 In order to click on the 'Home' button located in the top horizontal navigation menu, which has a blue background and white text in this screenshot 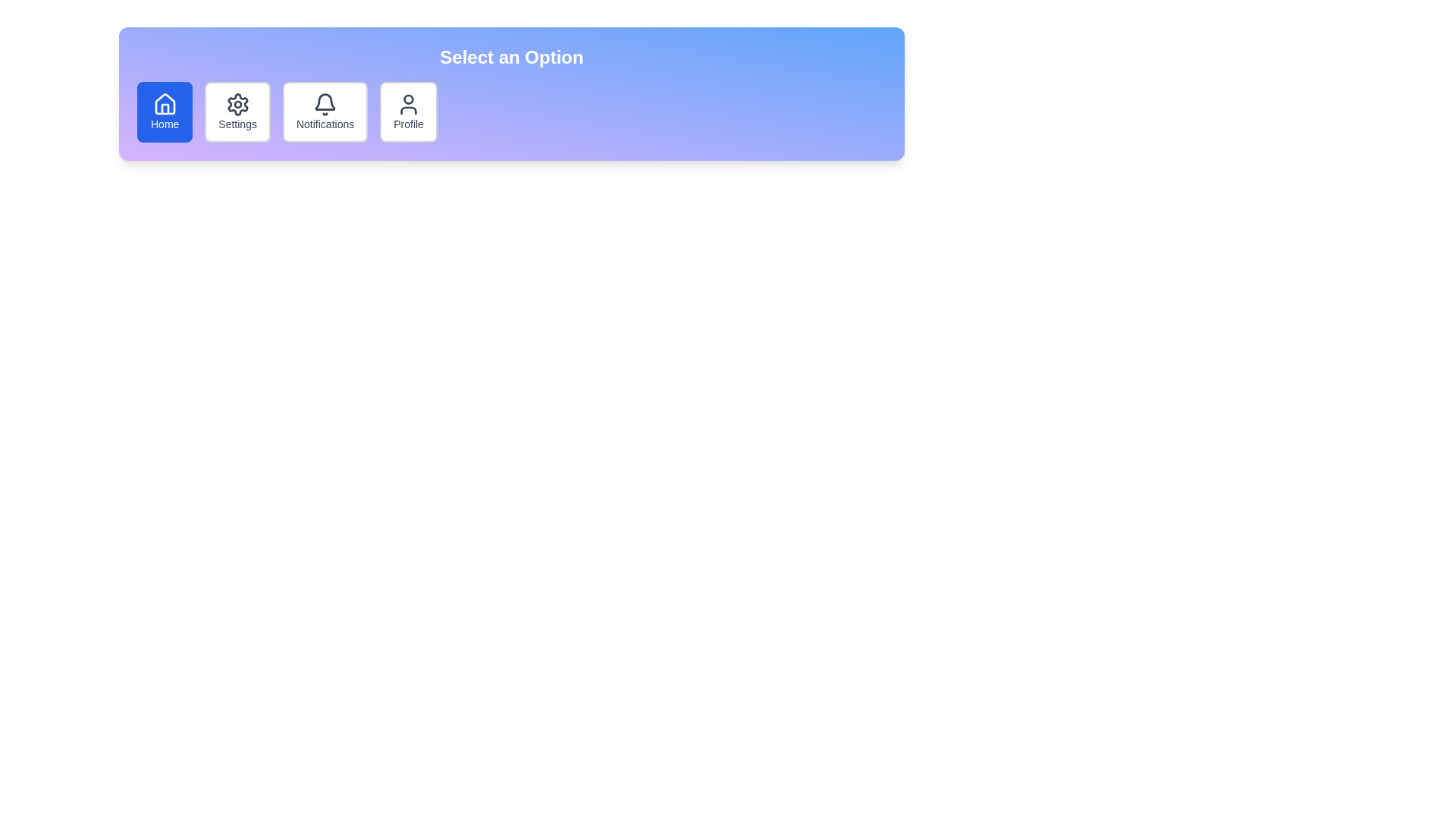, I will do `click(165, 124)`.